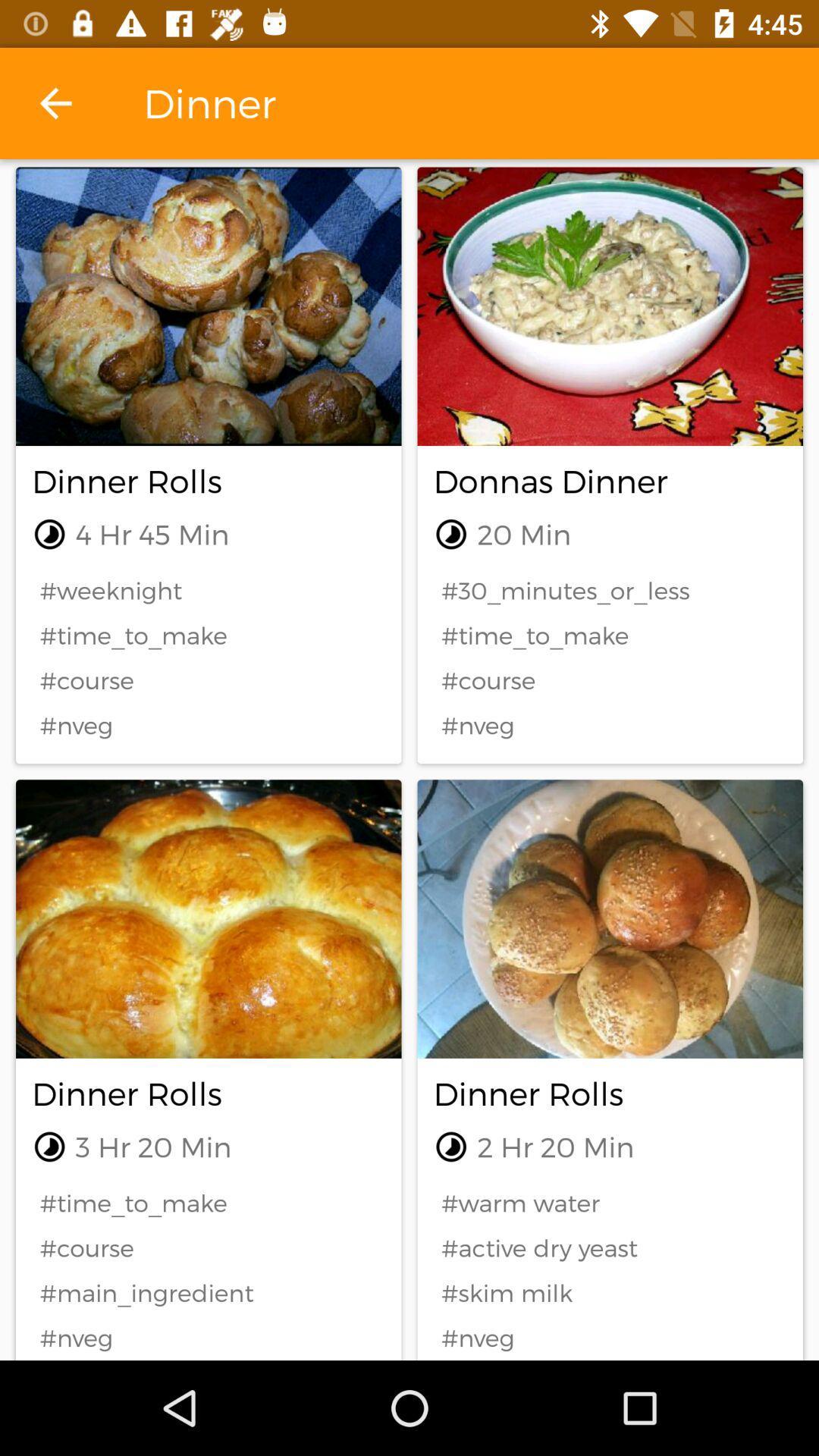 The width and height of the screenshot is (819, 1456). I want to click on the item below the 2 hr 20 item, so click(609, 1202).